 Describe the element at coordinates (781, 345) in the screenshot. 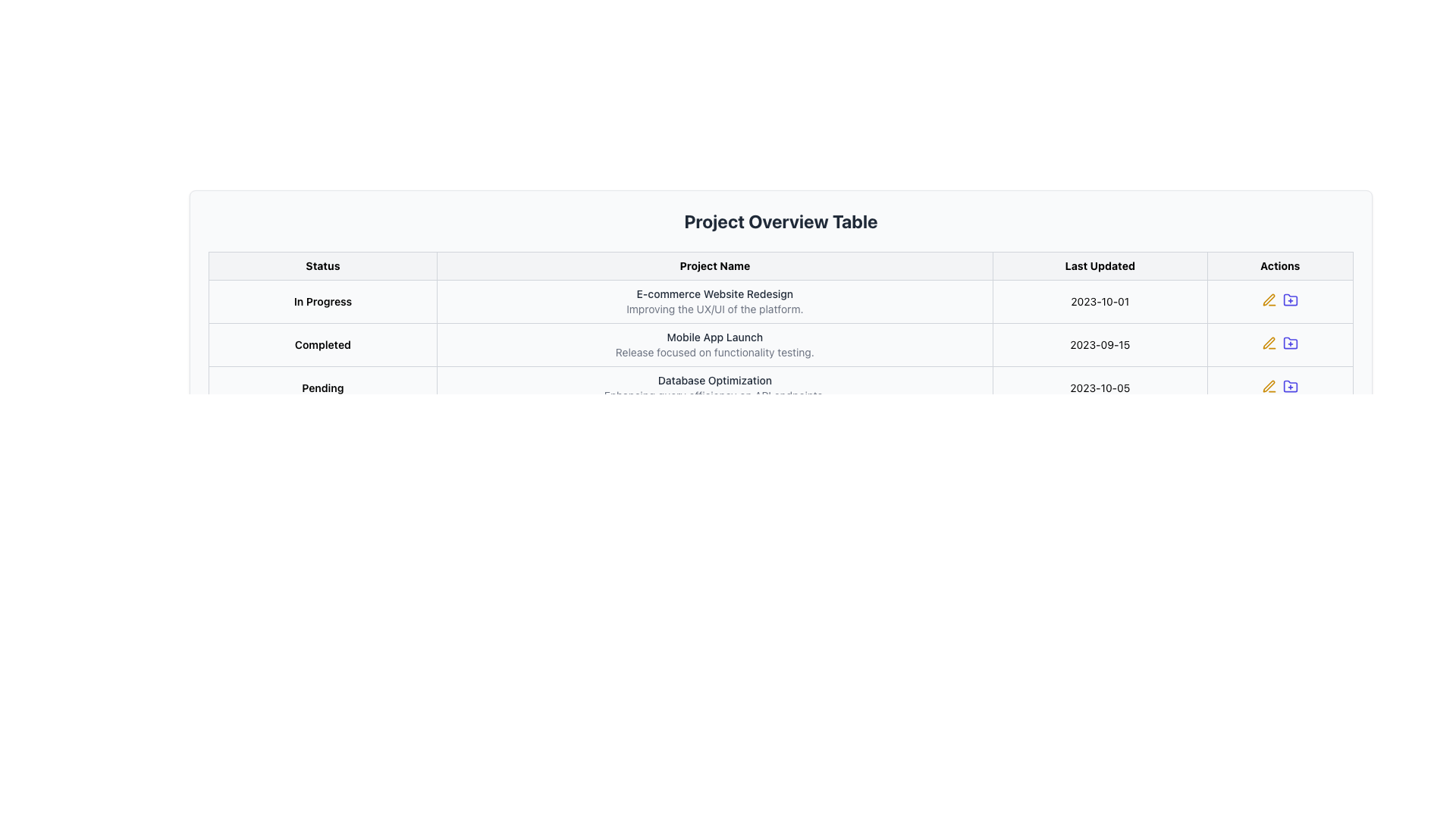

I see `the second row of the table that displays the project details for 'Mobile App Launch' with bold green text indicating 'Completed'` at that location.